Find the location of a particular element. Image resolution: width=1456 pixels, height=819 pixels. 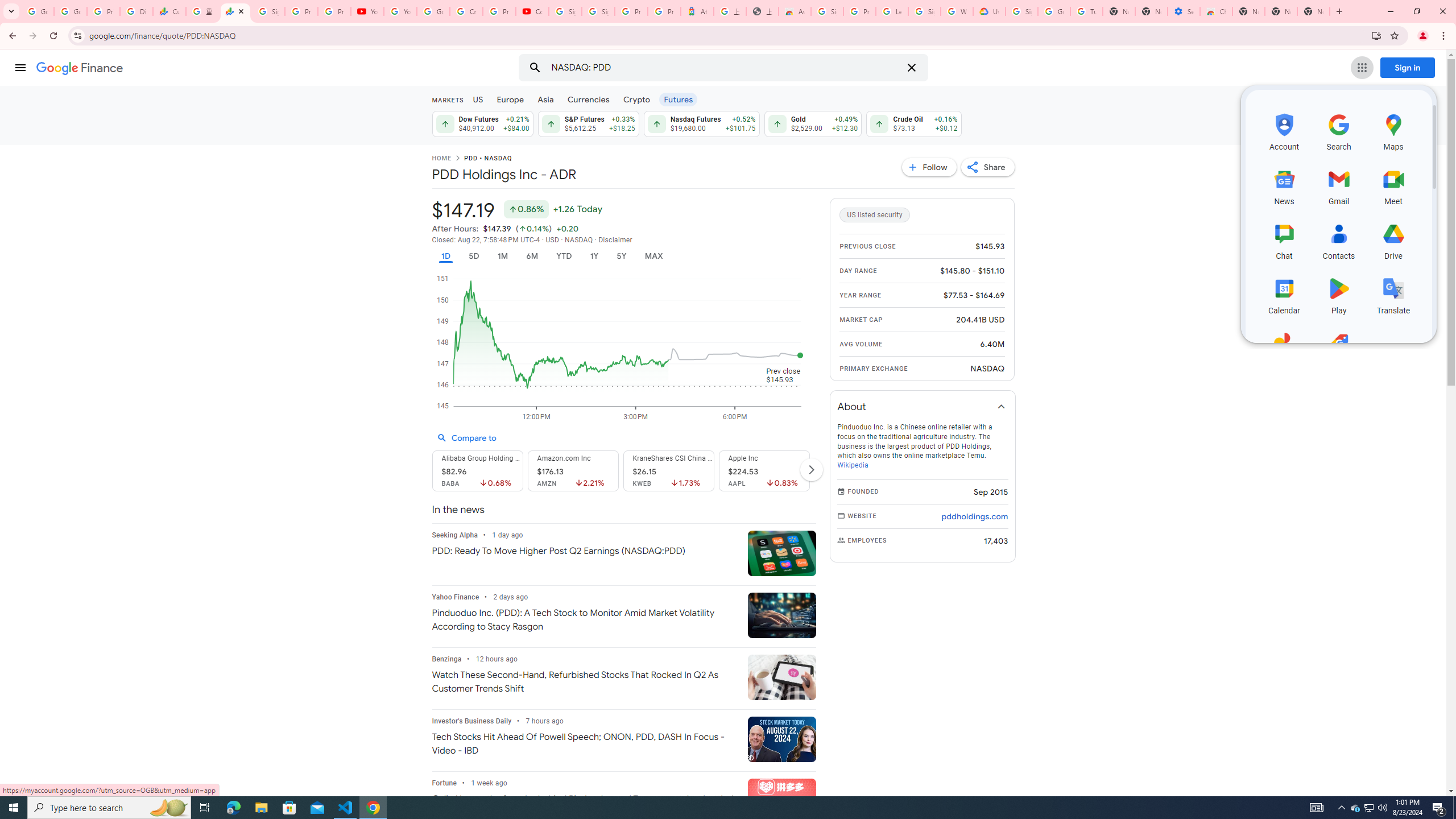

'Gold $2,529.00 Up by 0.48% +$12.30' is located at coordinates (812, 123).